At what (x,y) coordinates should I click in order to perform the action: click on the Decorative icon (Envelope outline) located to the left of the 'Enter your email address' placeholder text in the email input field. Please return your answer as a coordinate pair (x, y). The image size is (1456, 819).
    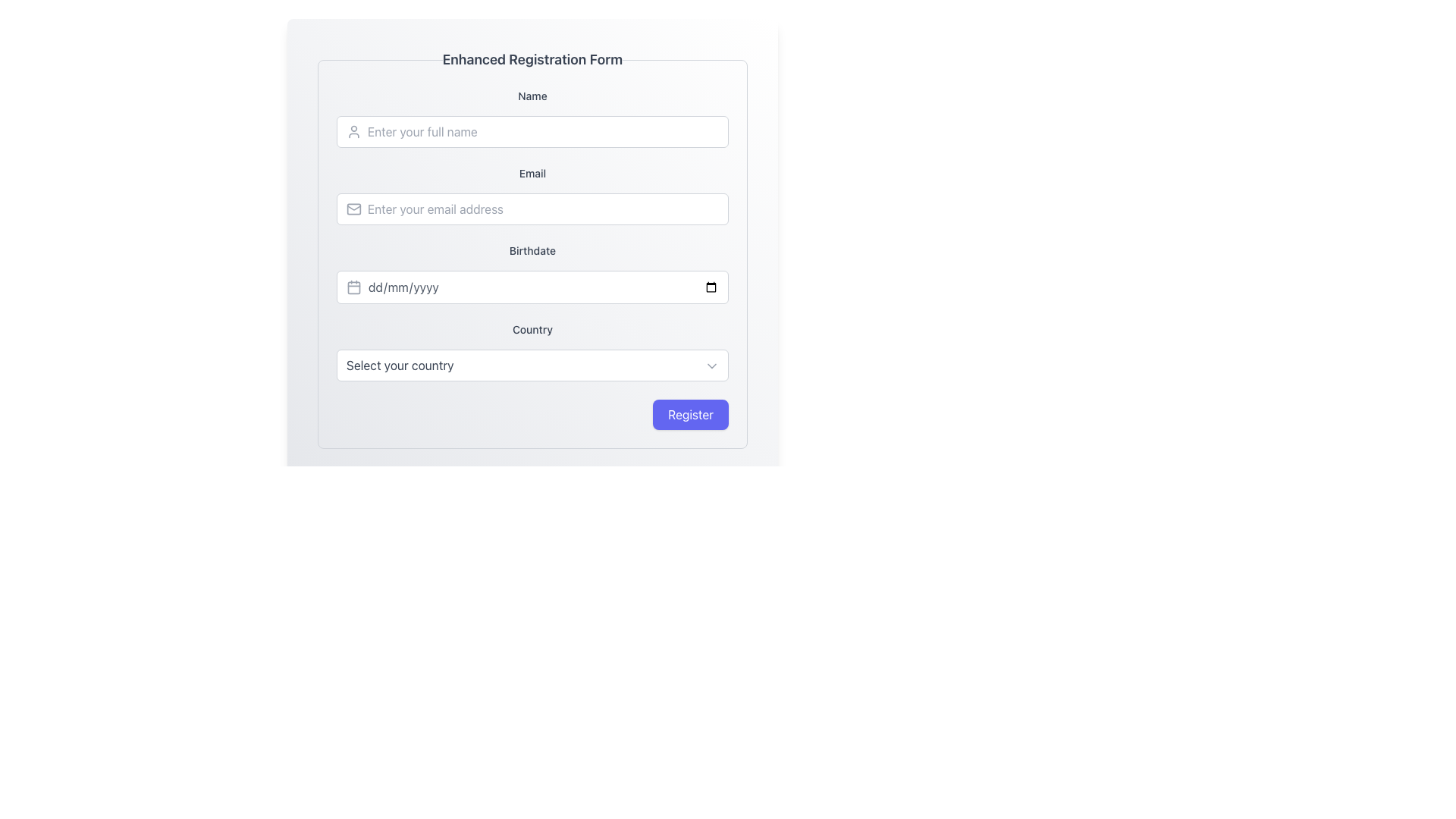
    Looking at the image, I should click on (353, 209).